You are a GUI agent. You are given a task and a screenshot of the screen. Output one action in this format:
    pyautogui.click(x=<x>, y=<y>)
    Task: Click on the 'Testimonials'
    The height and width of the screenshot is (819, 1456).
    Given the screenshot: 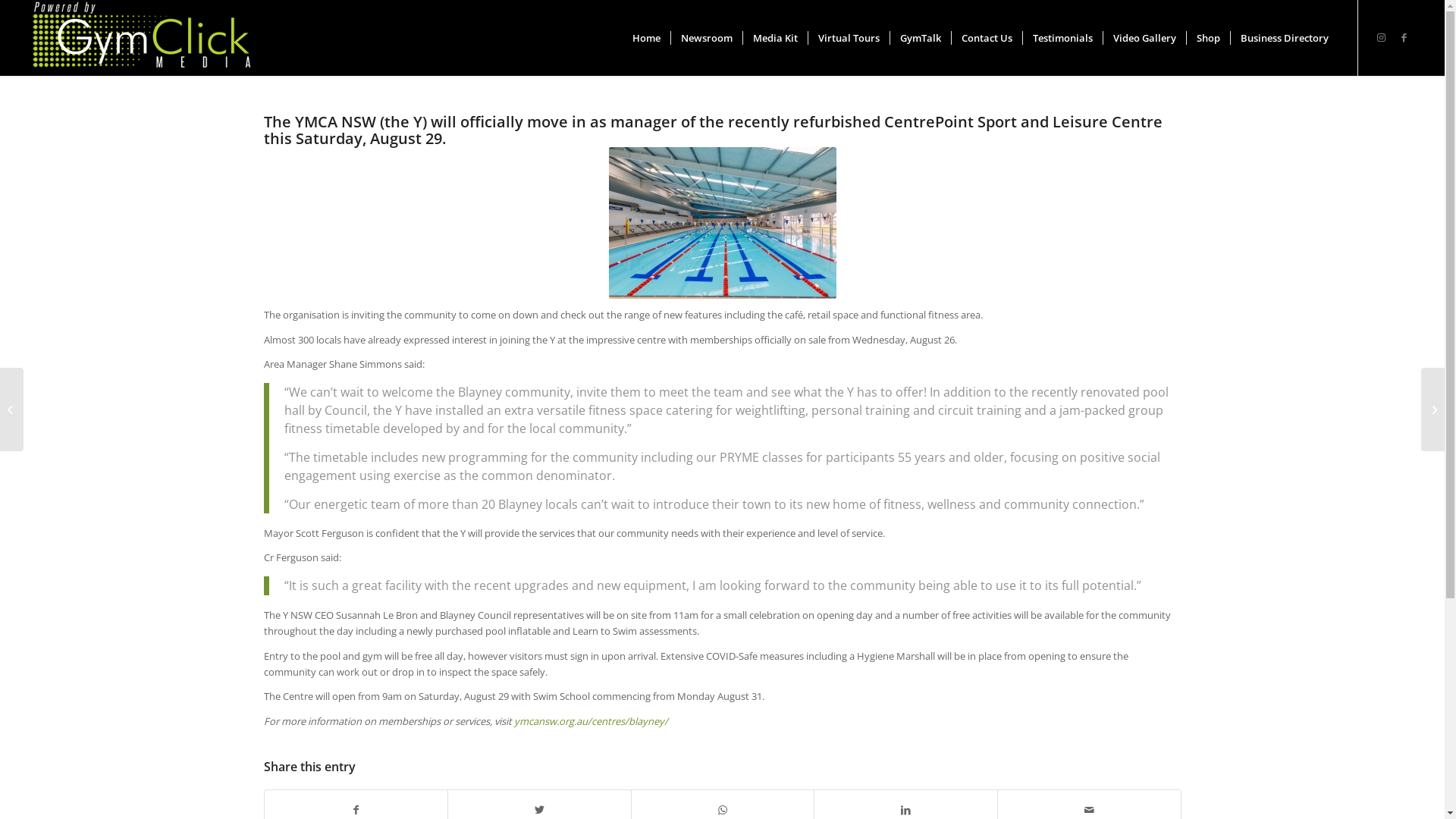 What is the action you would take?
    pyautogui.click(x=1062, y=37)
    